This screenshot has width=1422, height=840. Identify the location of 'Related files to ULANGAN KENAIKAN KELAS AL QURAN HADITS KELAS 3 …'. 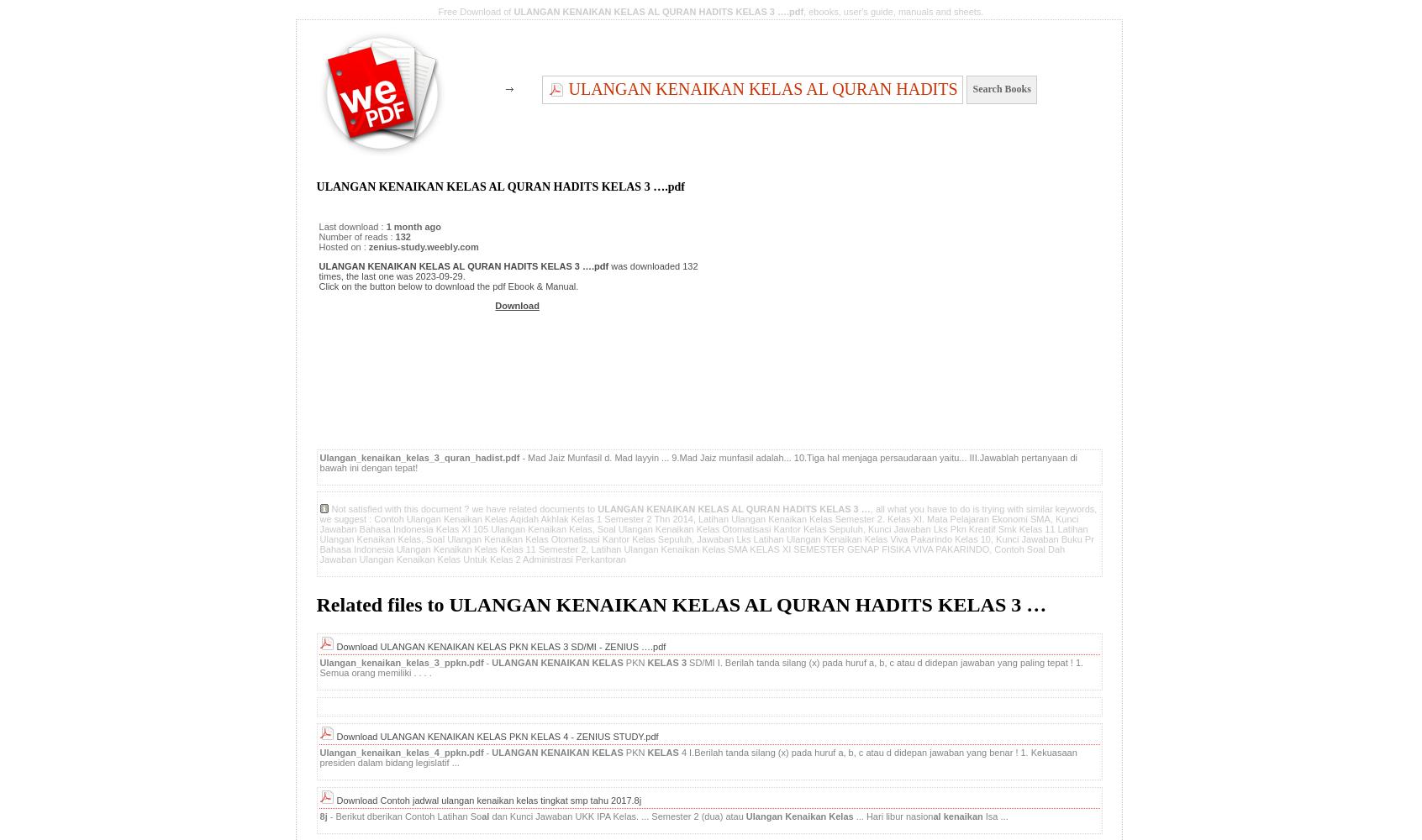
(681, 603).